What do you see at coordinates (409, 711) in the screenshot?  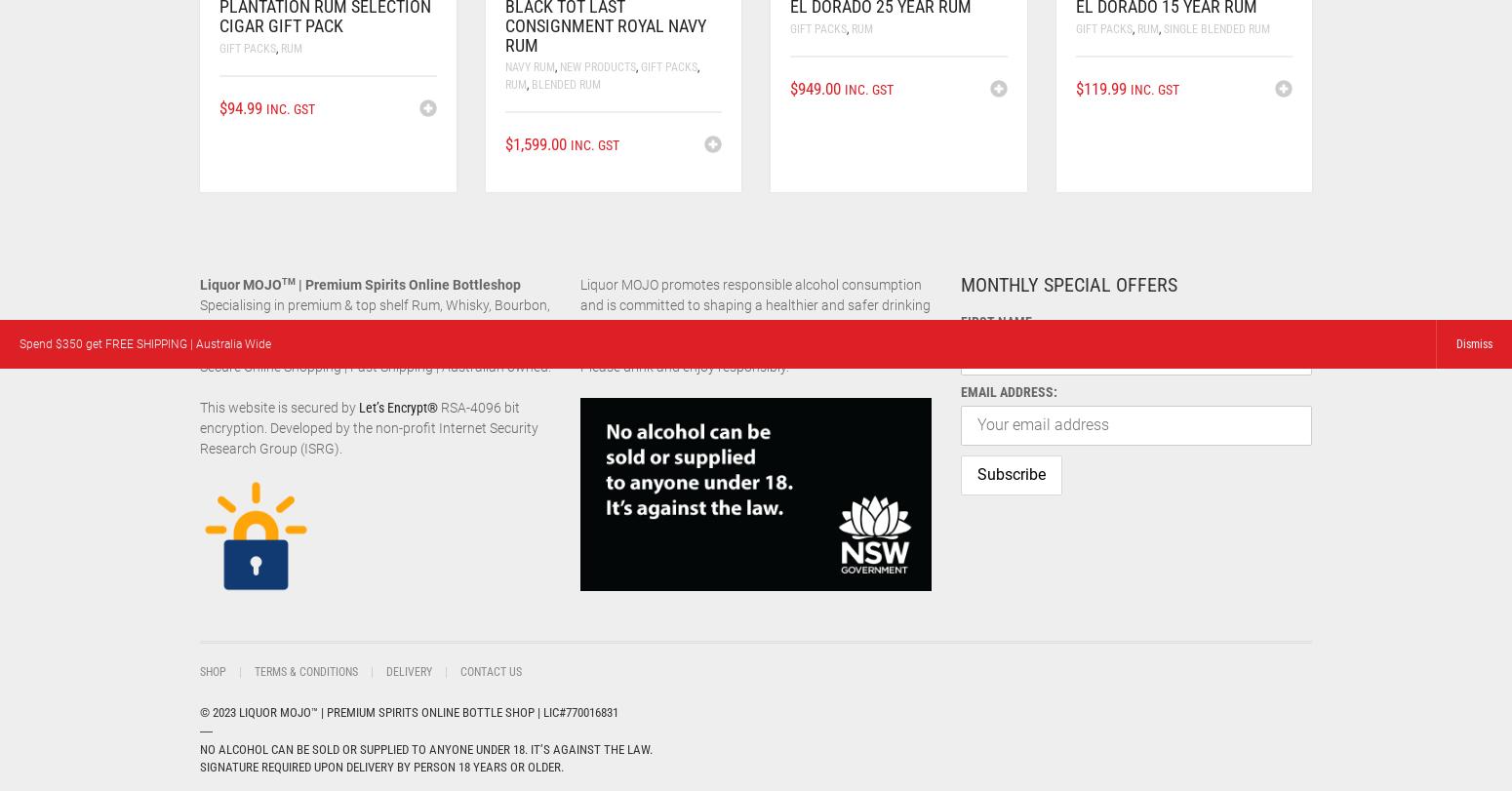 I see `'© 2023 Liquor MOJO™ | Premium Spirits Online Bottle shop | Lic#770016831'` at bounding box center [409, 711].